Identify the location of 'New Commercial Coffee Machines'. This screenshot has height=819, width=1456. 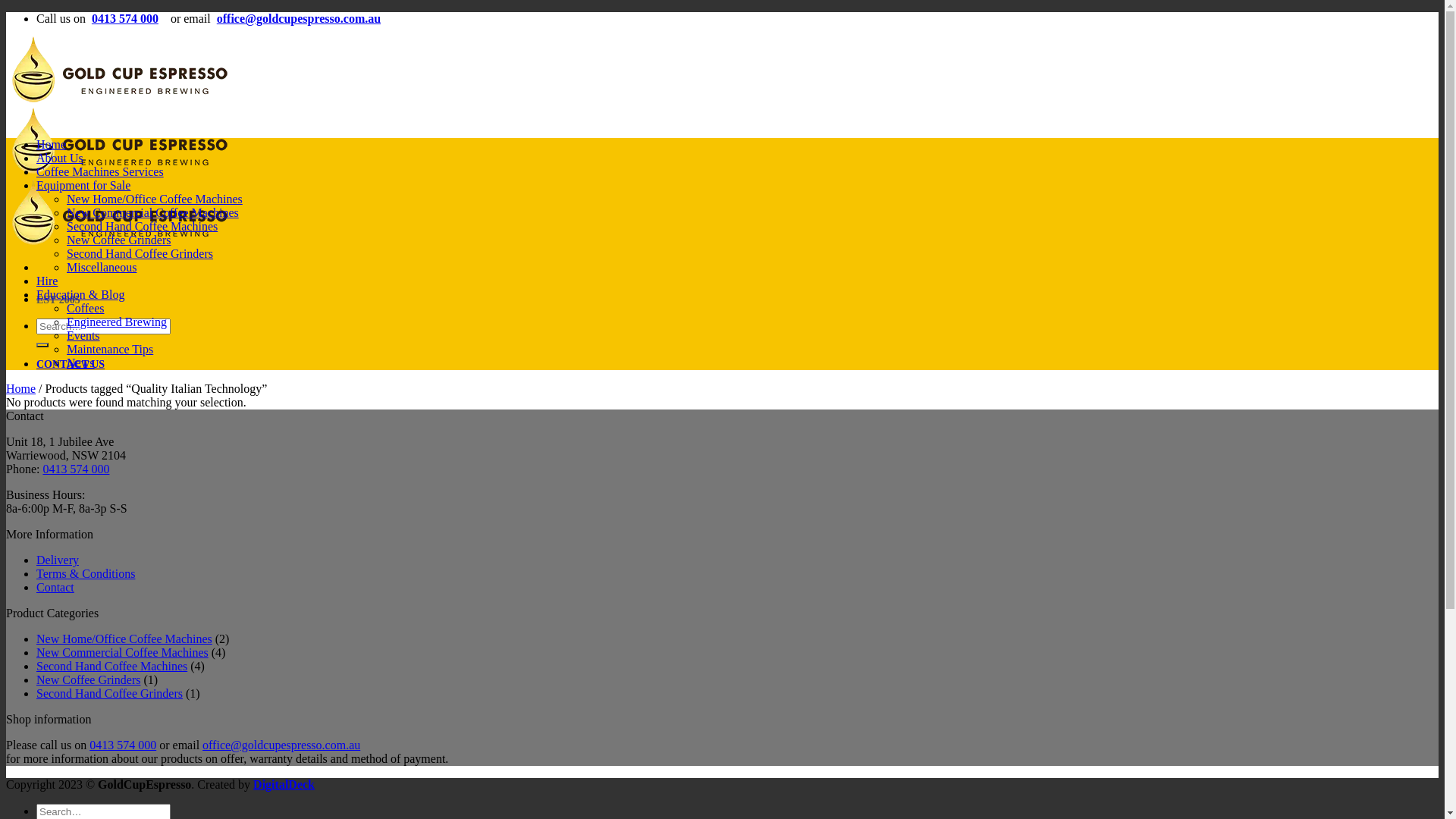
(122, 651).